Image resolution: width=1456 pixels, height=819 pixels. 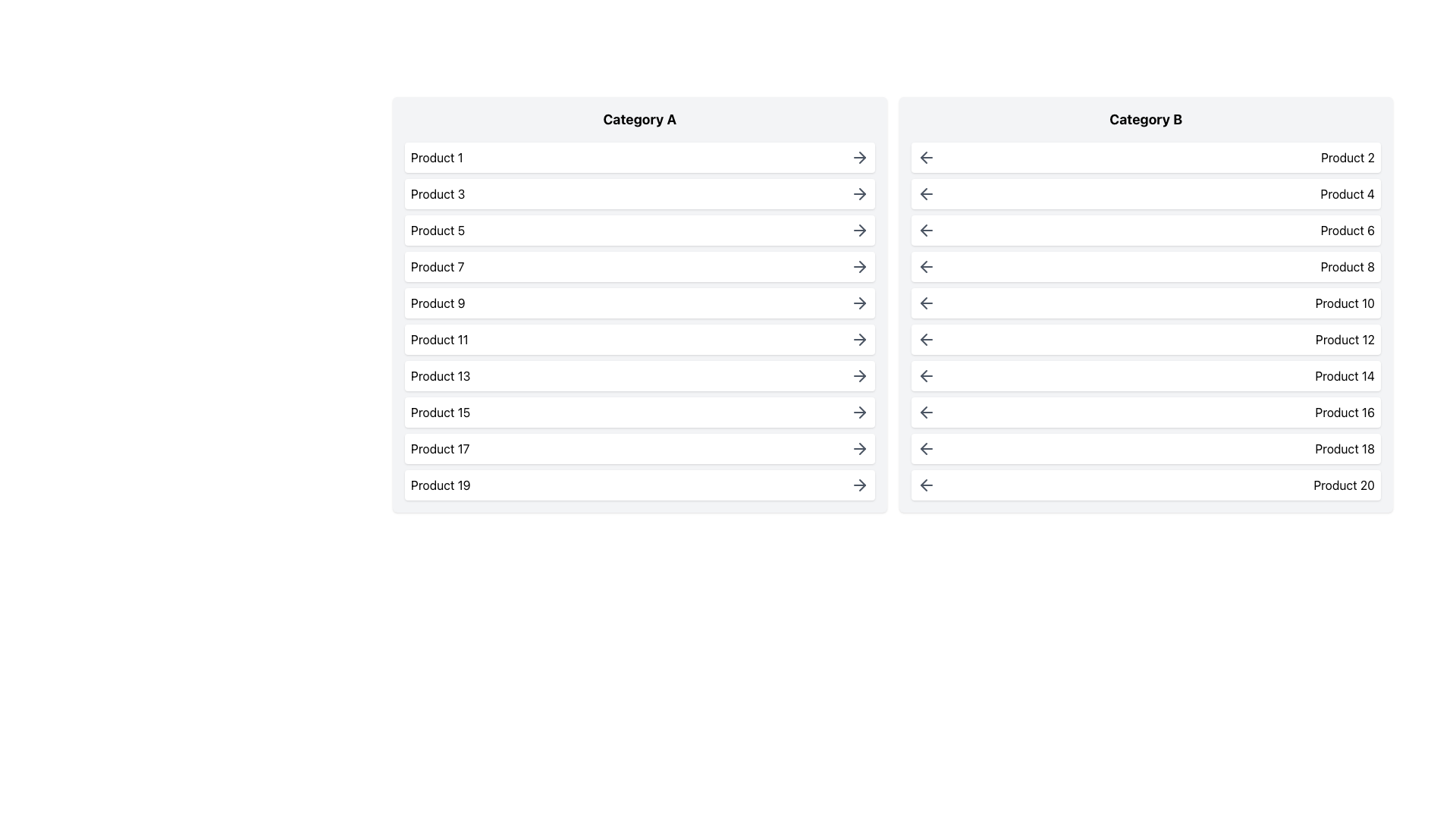 What do you see at coordinates (923, 485) in the screenshot?
I see `the left-pointing arrow icon in the 'Product 20' row under 'Category B' in the right column interface` at bounding box center [923, 485].